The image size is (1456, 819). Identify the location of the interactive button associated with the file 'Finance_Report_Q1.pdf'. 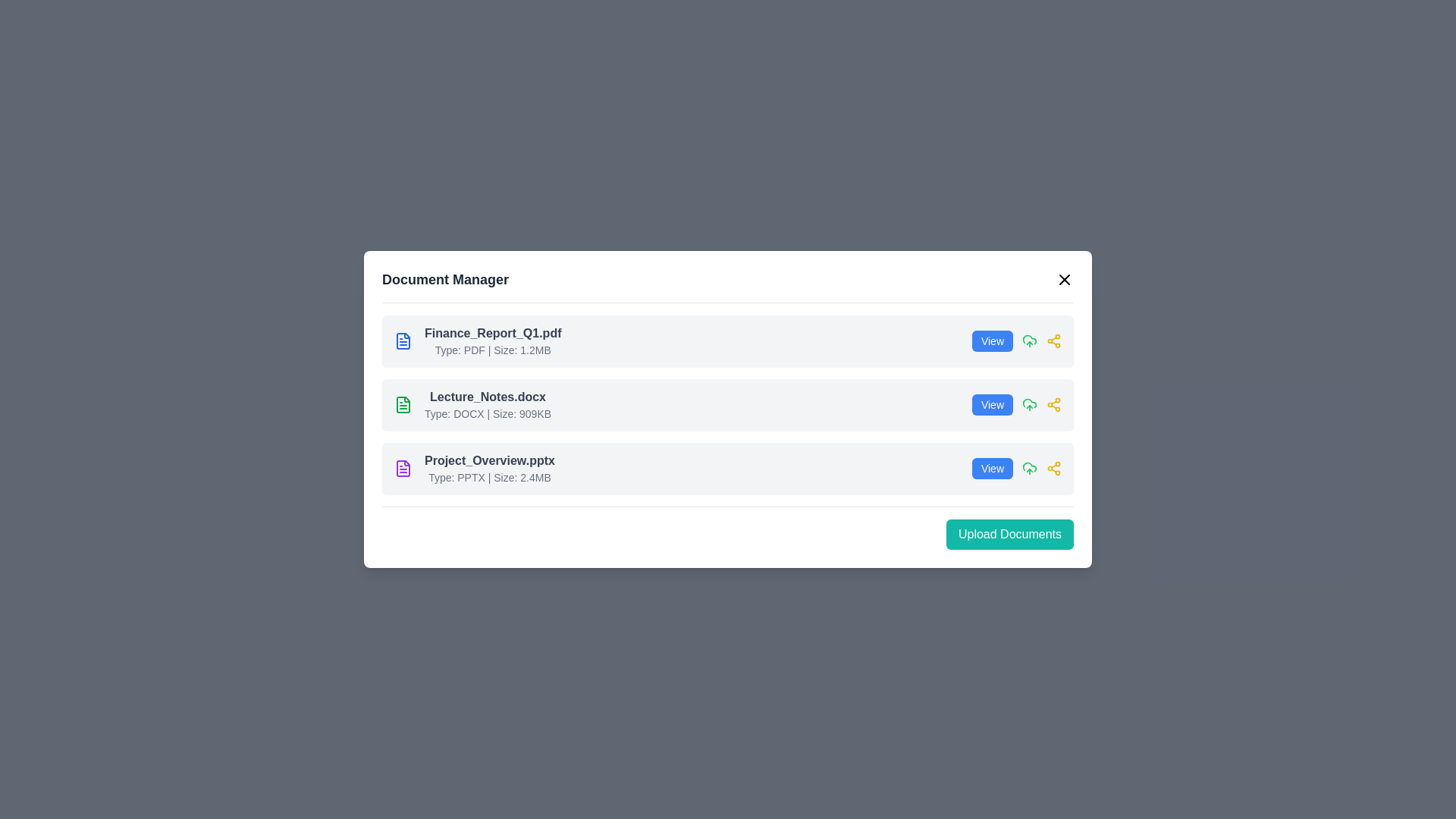
(1016, 341).